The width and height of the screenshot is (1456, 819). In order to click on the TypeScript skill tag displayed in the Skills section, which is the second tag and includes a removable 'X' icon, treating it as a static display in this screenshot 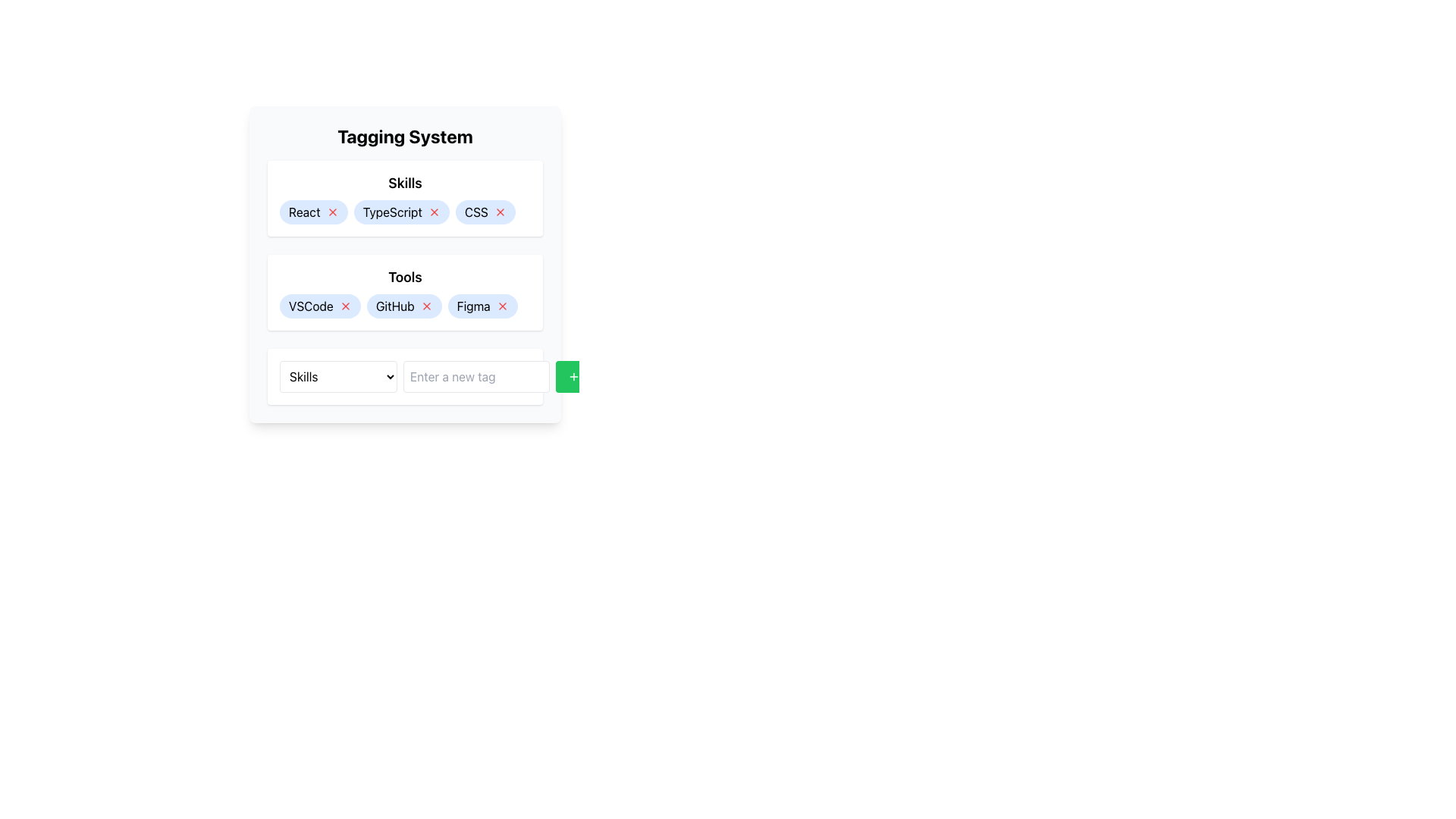, I will do `click(401, 212)`.